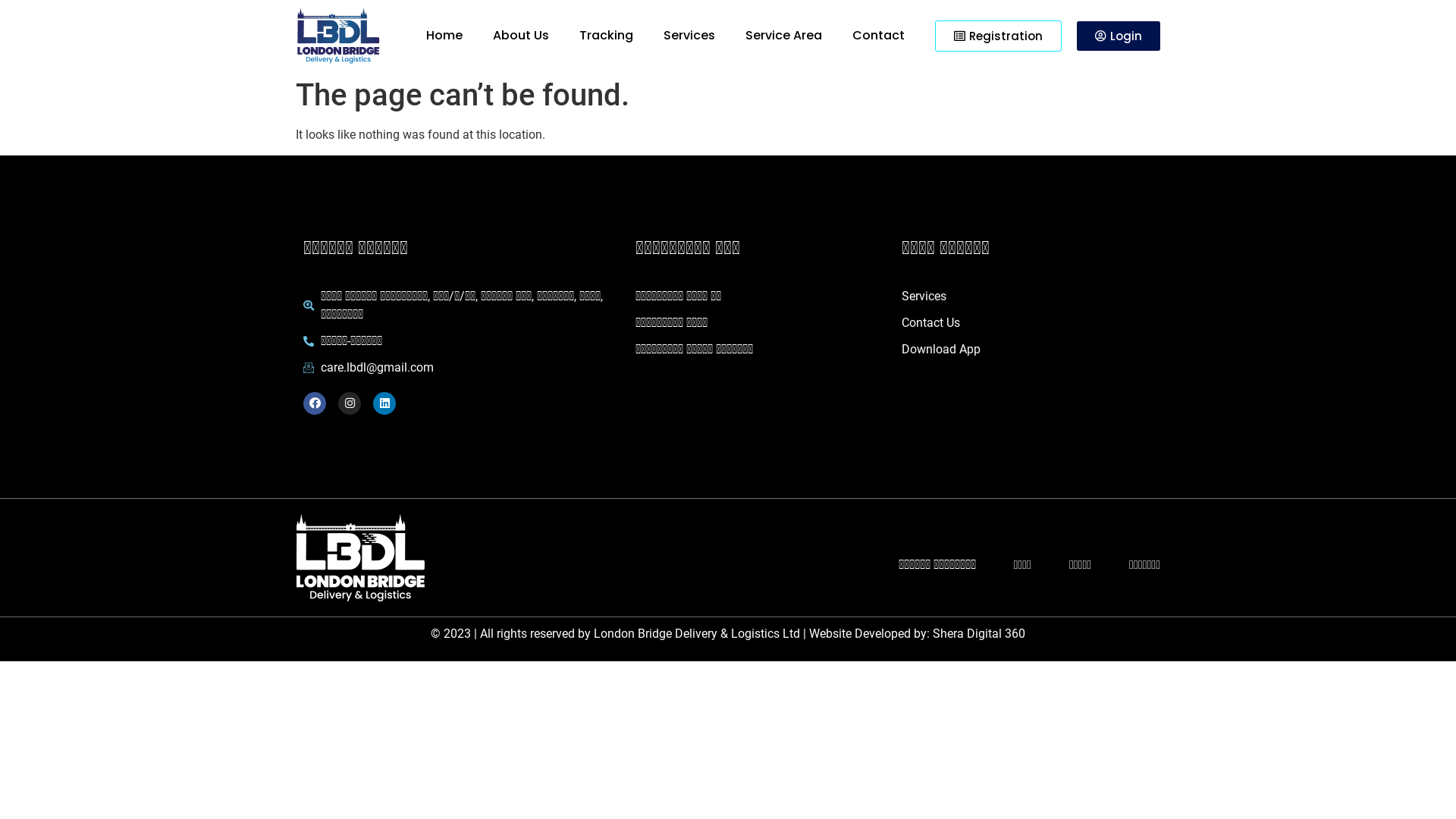  I want to click on 'Contact', so click(878, 34).